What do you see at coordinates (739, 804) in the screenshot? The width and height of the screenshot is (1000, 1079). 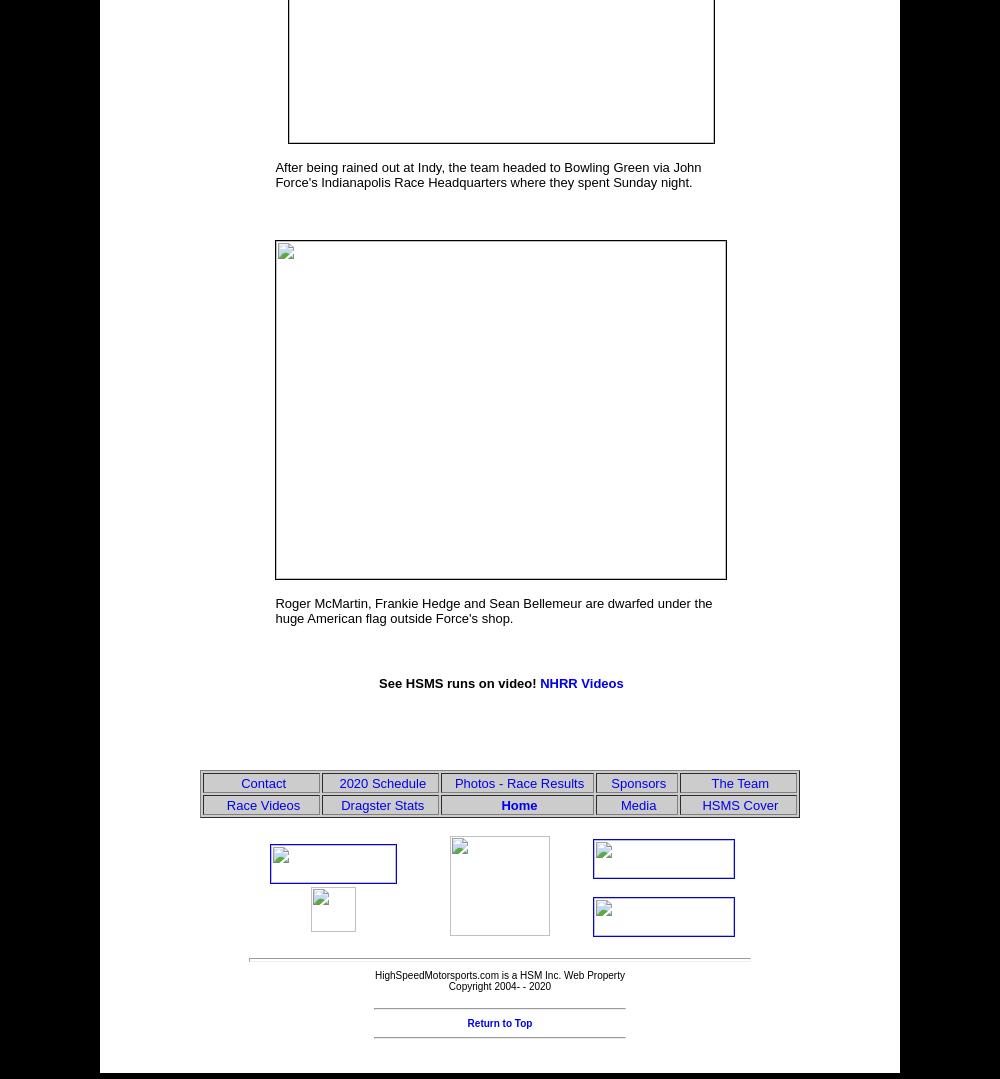 I see `'HSMS
    Cover'` at bounding box center [739, 804].